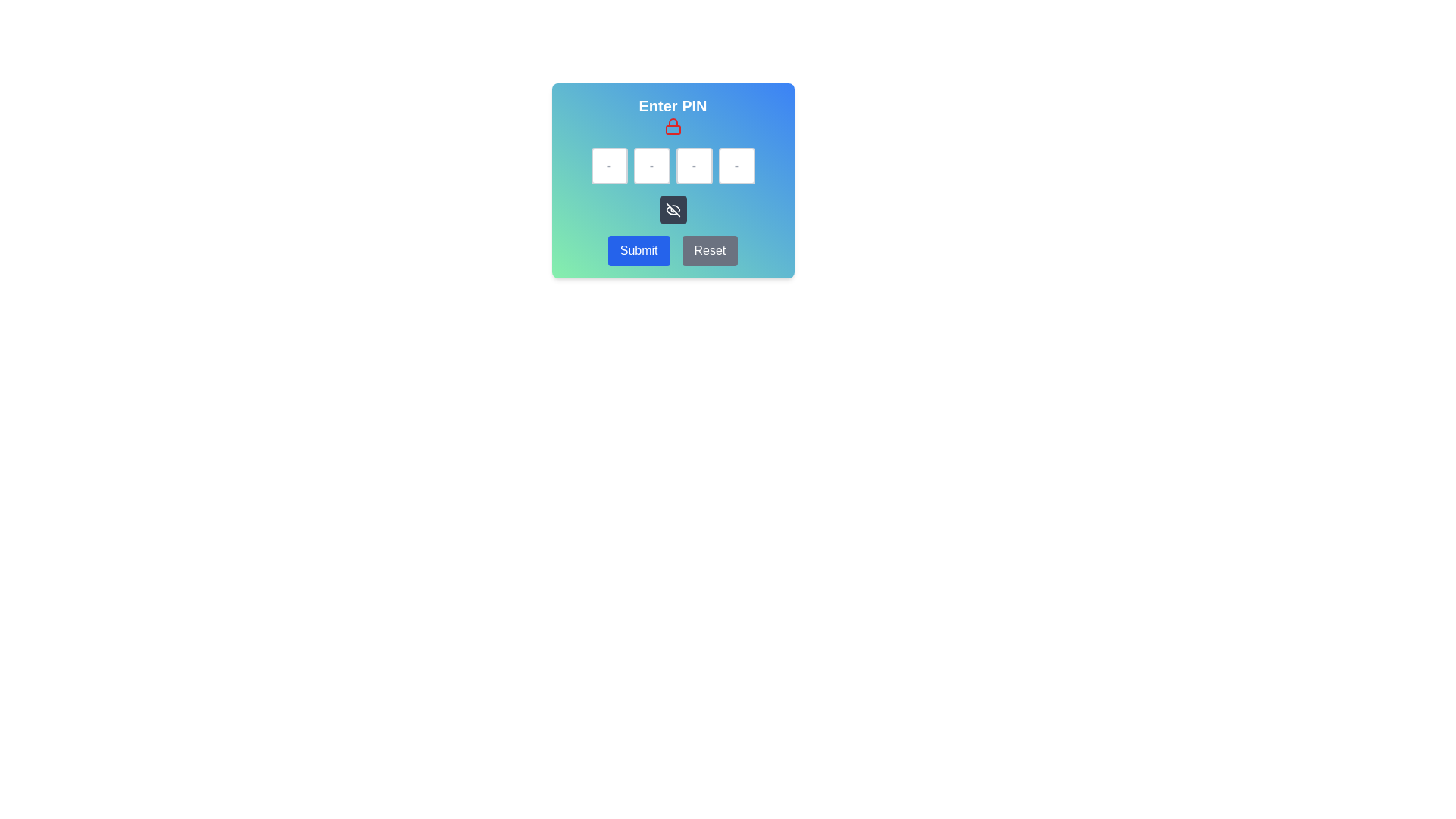 The width and height of the screenshot is (1456, 819). Describe the element at coordinates (709, 249) in the screenshot. I see `the 'Reset' button with a gray background and rounded corners` at that location.